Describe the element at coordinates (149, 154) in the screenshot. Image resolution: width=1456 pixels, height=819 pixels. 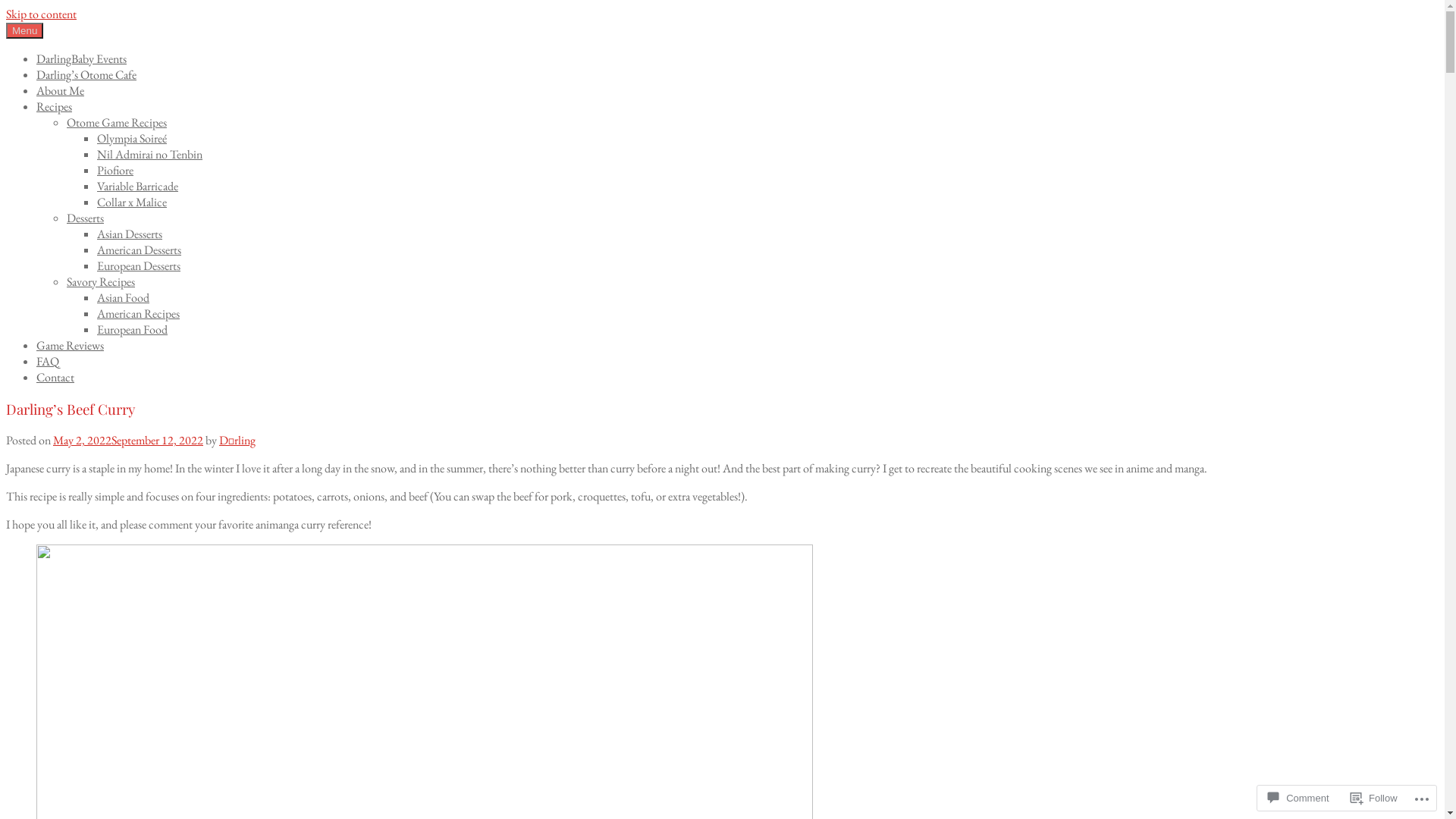
I see `'Nil Admirai no Tenbin'` at that location.